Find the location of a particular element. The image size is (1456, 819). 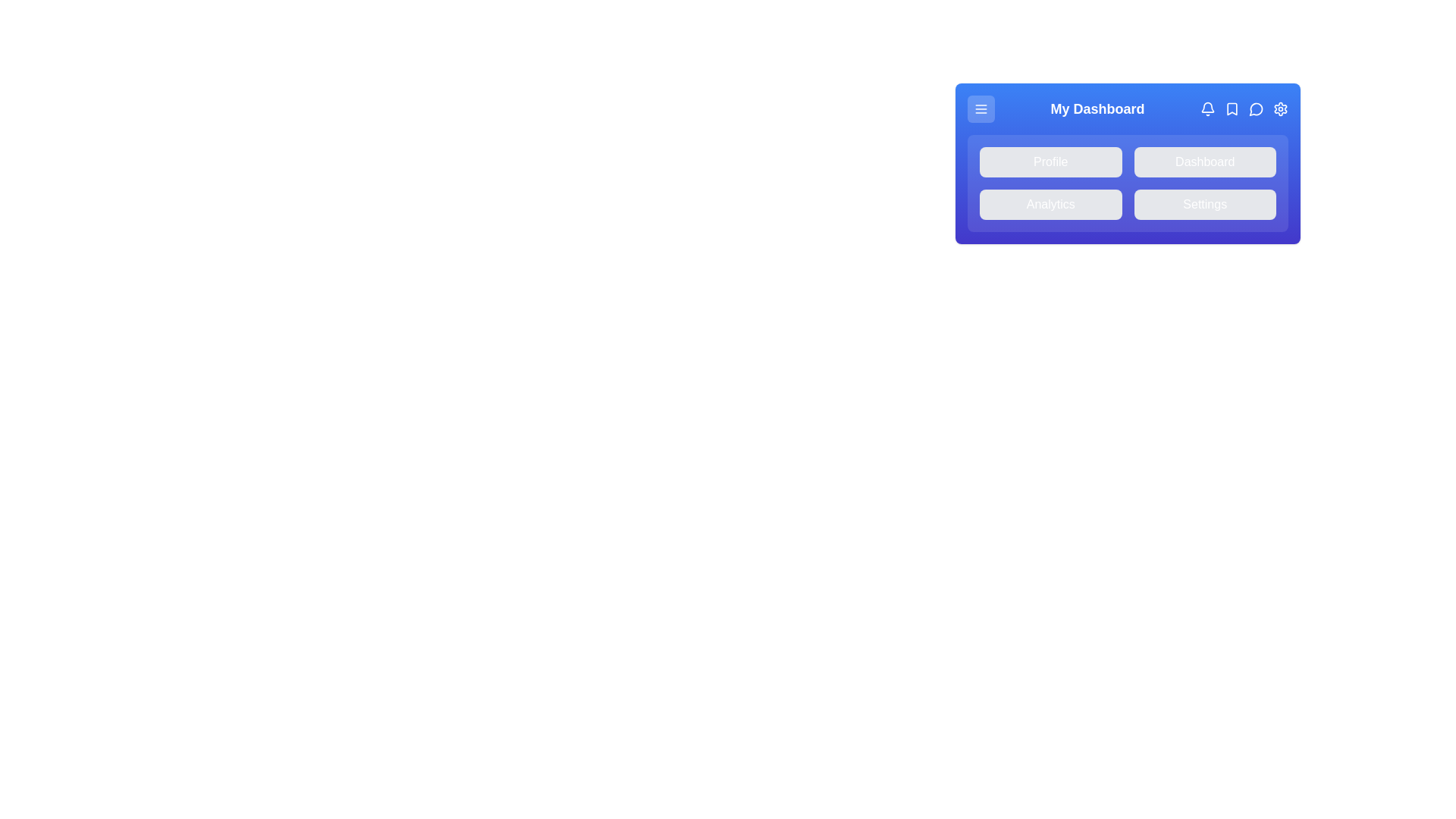

the 'Profile' button in the menu is located at coordinates (1050, 162).